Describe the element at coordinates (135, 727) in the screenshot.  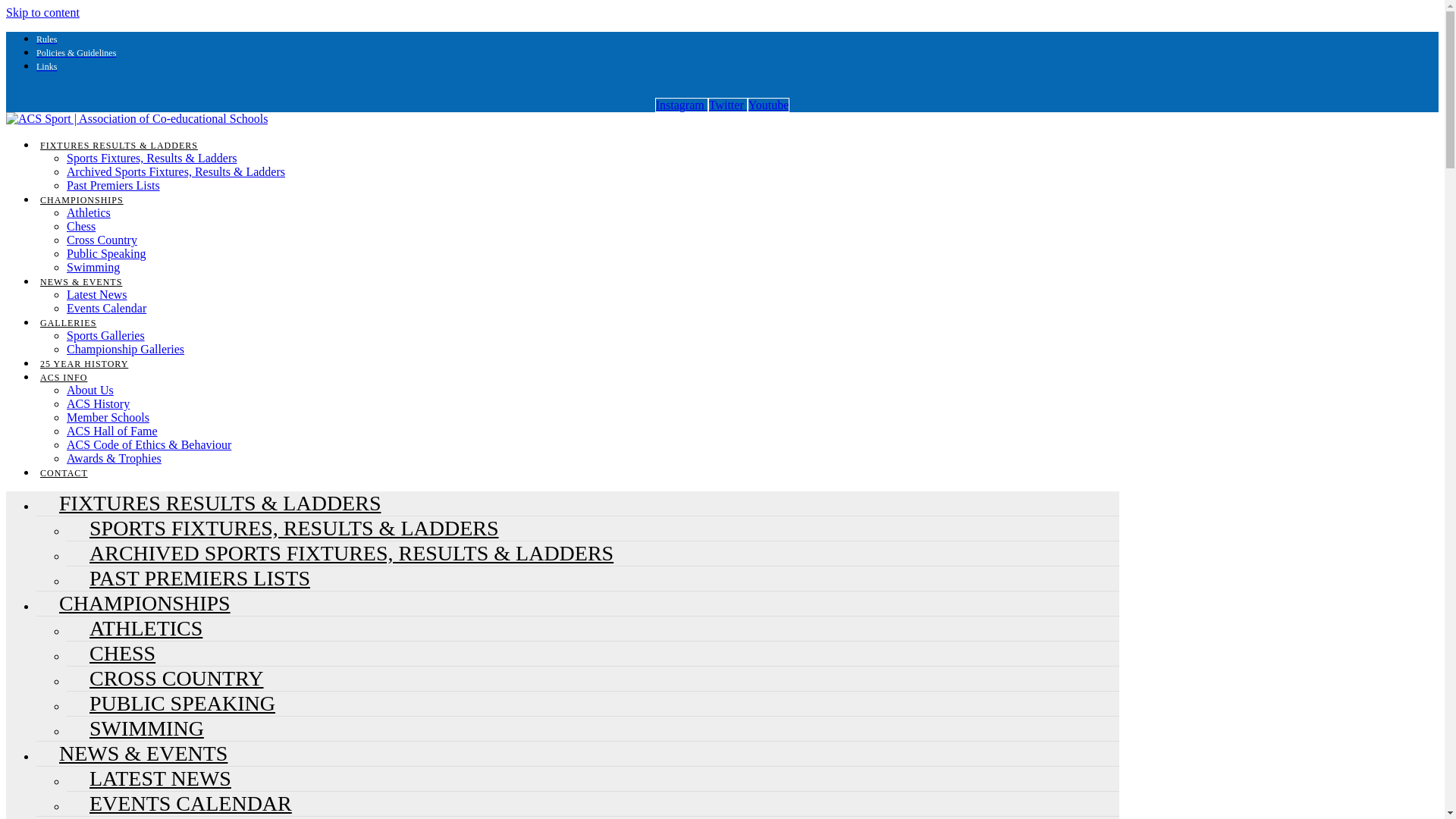
I see `'SWIMMING'` at that location.